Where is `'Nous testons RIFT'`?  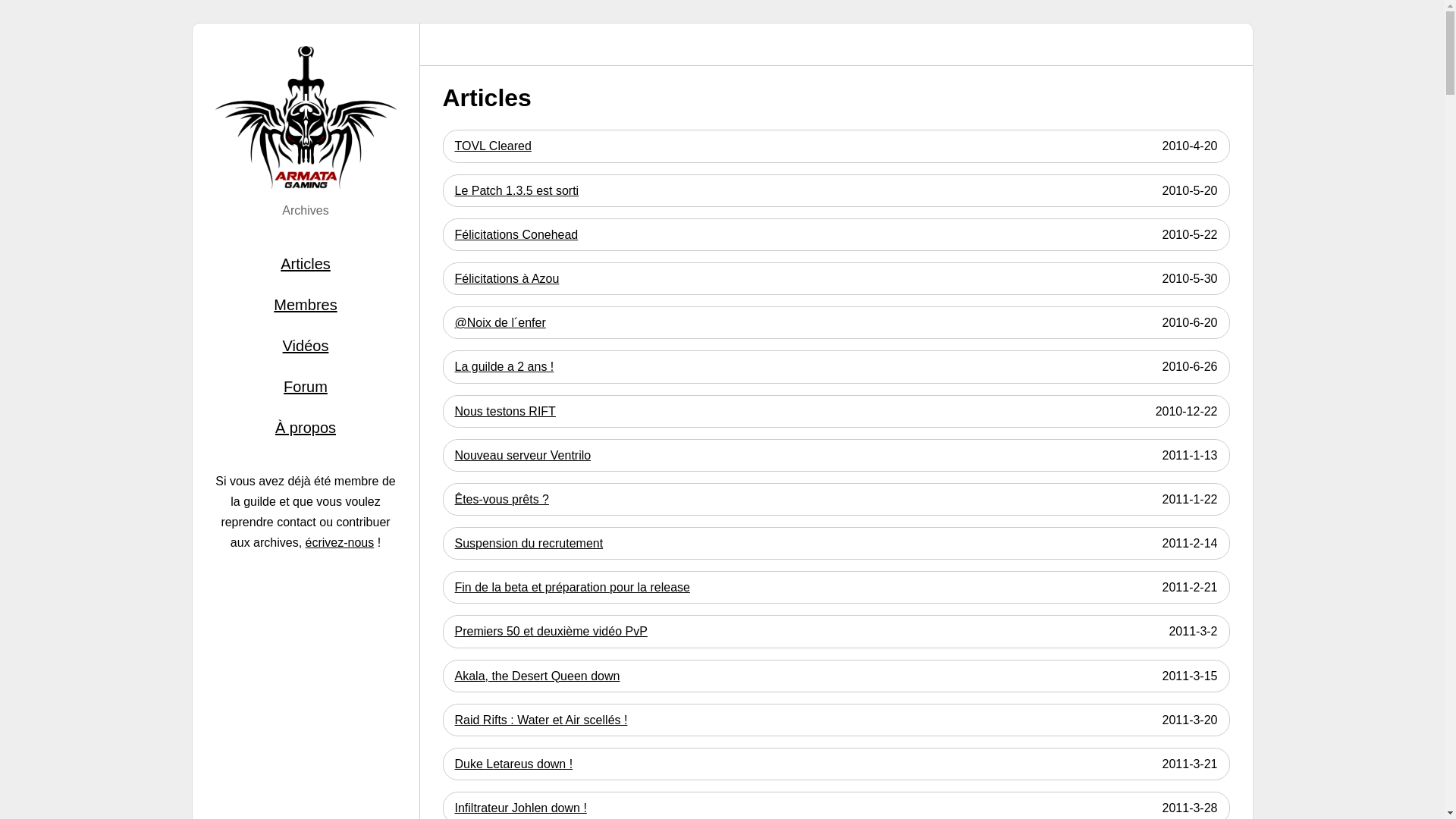 'Nous testons RIFT' is located at coordinates (505, 411).